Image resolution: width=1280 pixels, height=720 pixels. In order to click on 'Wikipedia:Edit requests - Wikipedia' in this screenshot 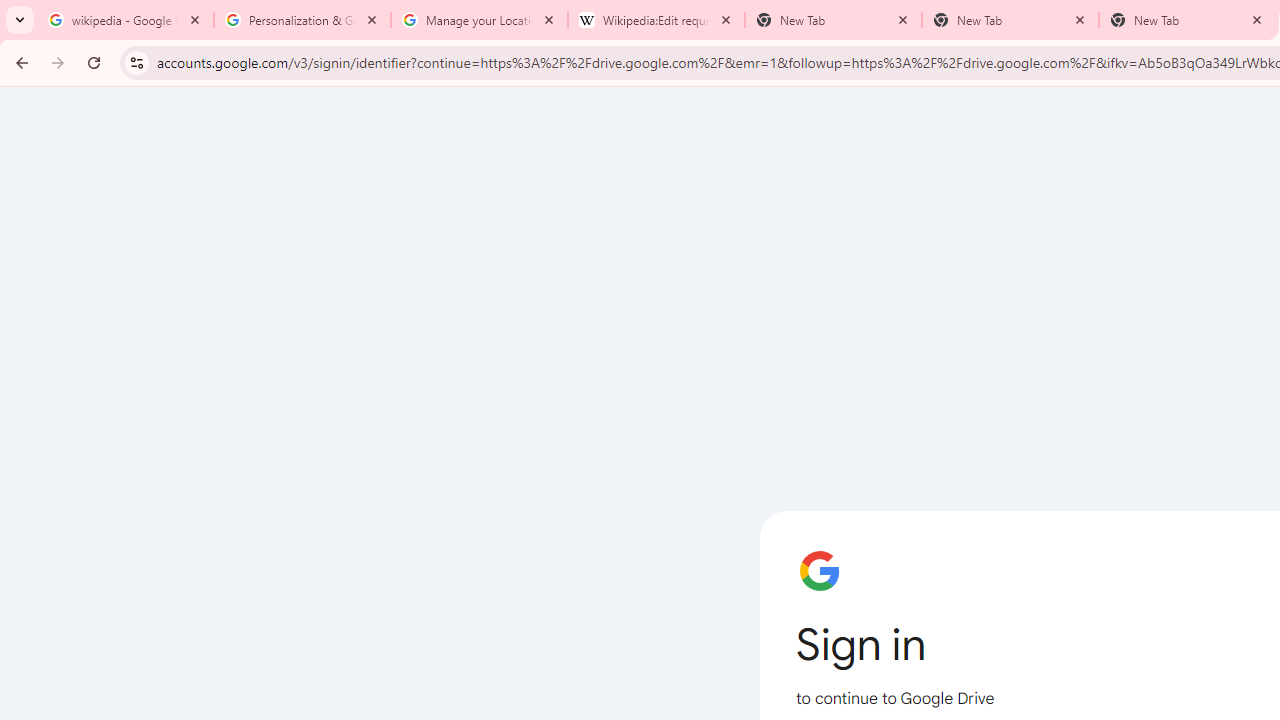, I will do `click(656, 20)`.